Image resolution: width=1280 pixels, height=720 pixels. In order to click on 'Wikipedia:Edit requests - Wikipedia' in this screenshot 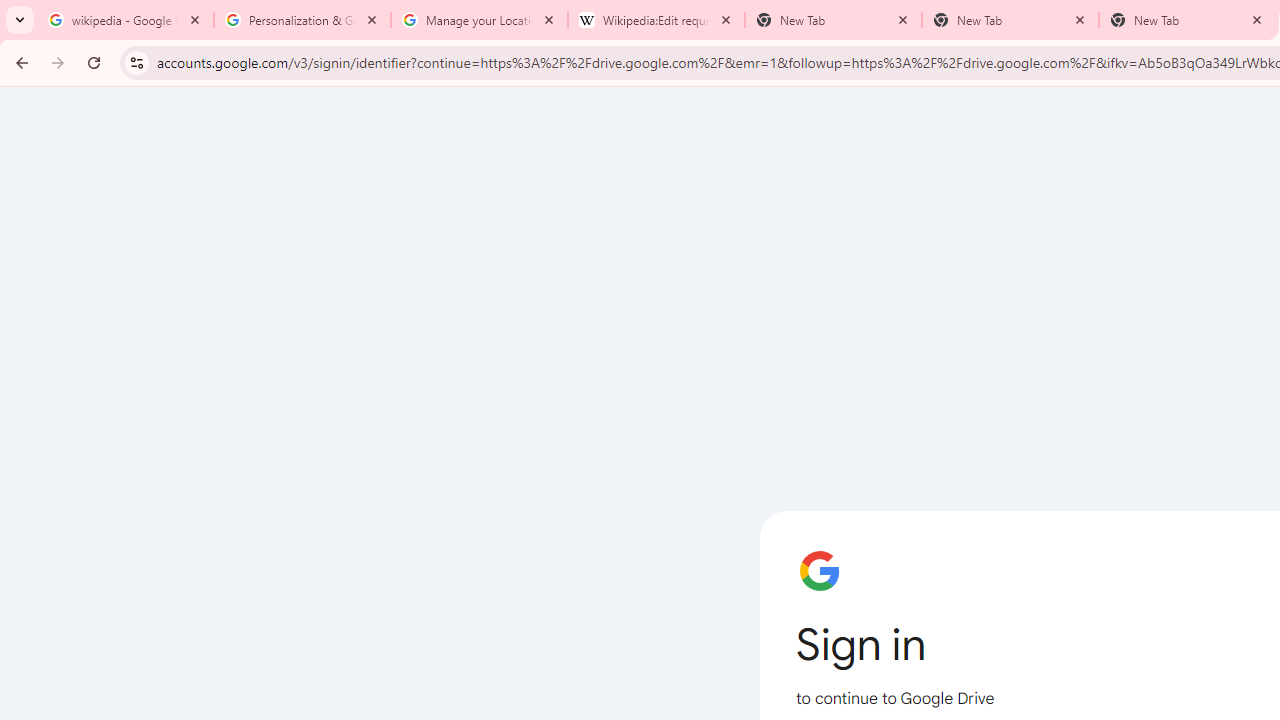, I will do `click(656, 20)`.